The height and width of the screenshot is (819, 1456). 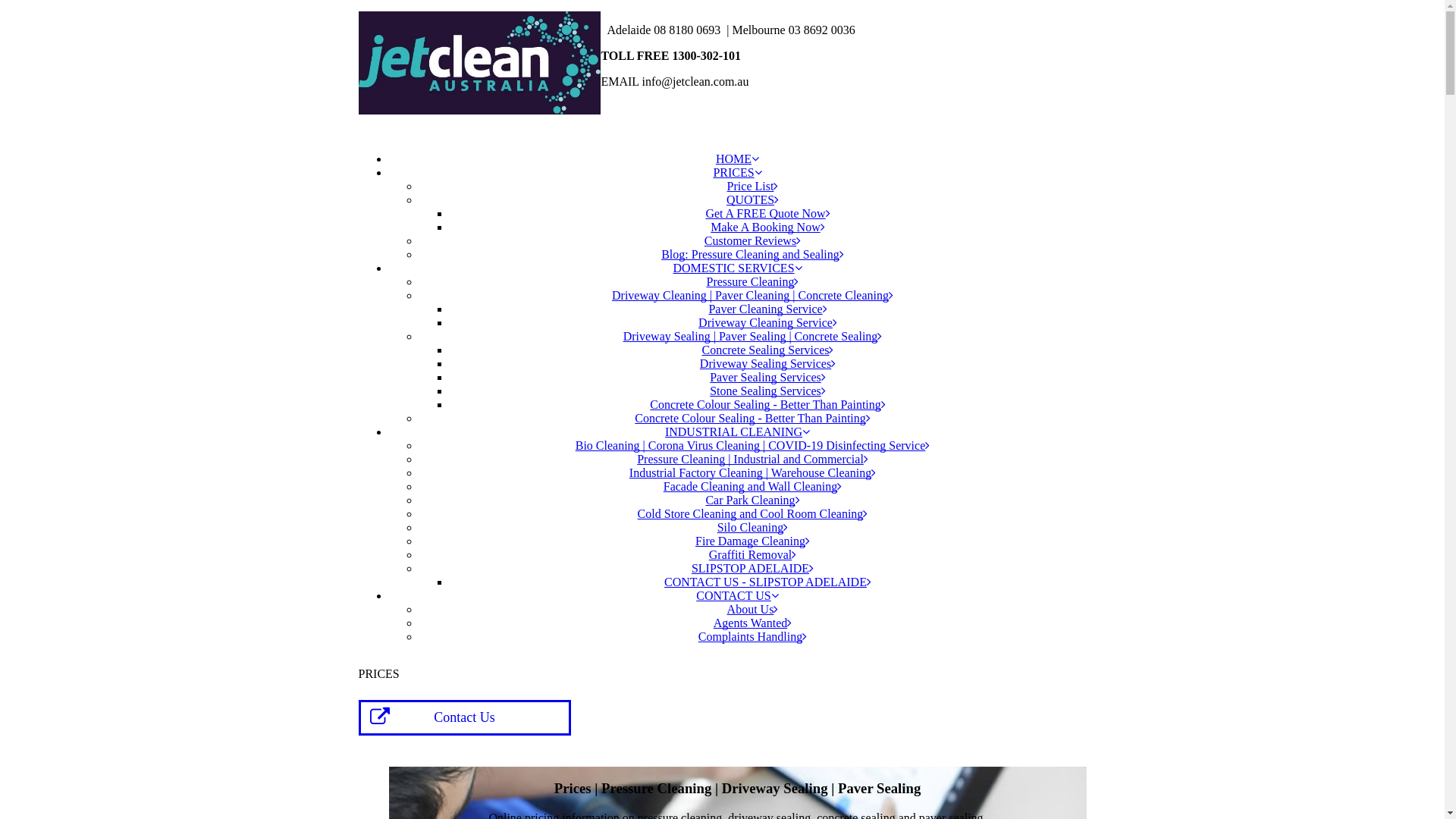 I want to click on 'DOMESTIC SERVICES', so click(x=672, y=267).